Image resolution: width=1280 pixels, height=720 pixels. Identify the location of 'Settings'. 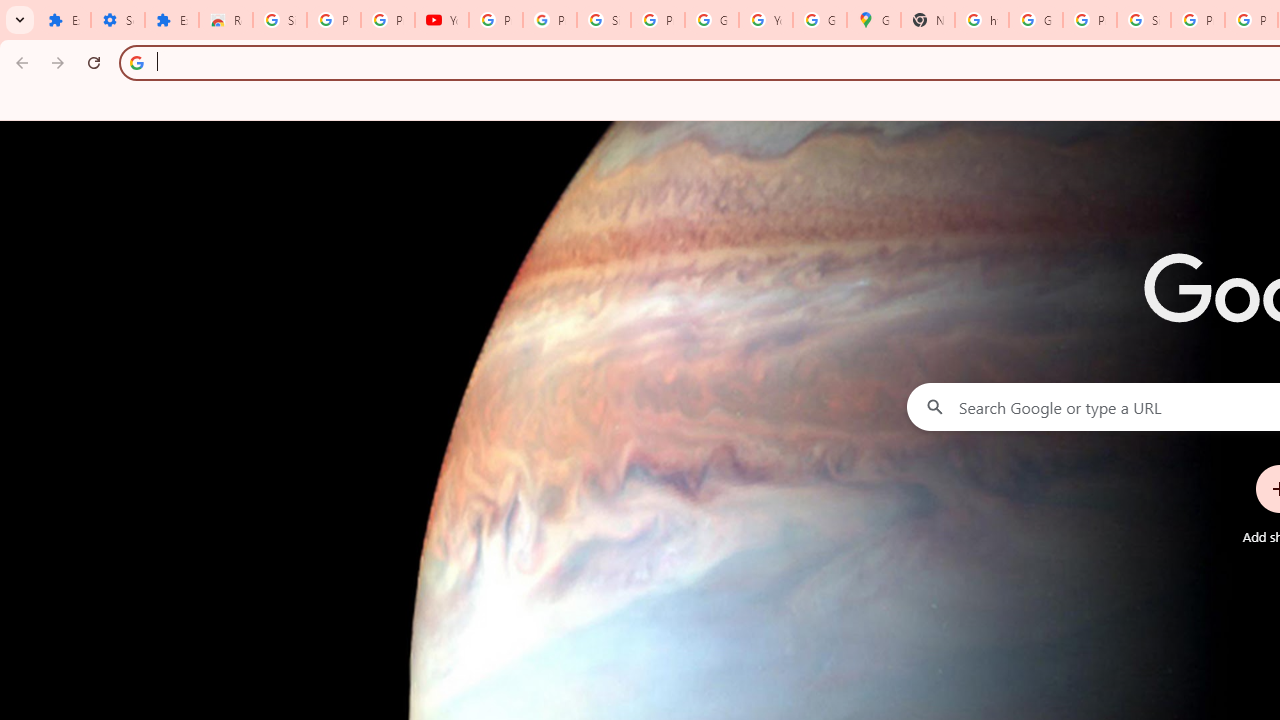
(116, 20).